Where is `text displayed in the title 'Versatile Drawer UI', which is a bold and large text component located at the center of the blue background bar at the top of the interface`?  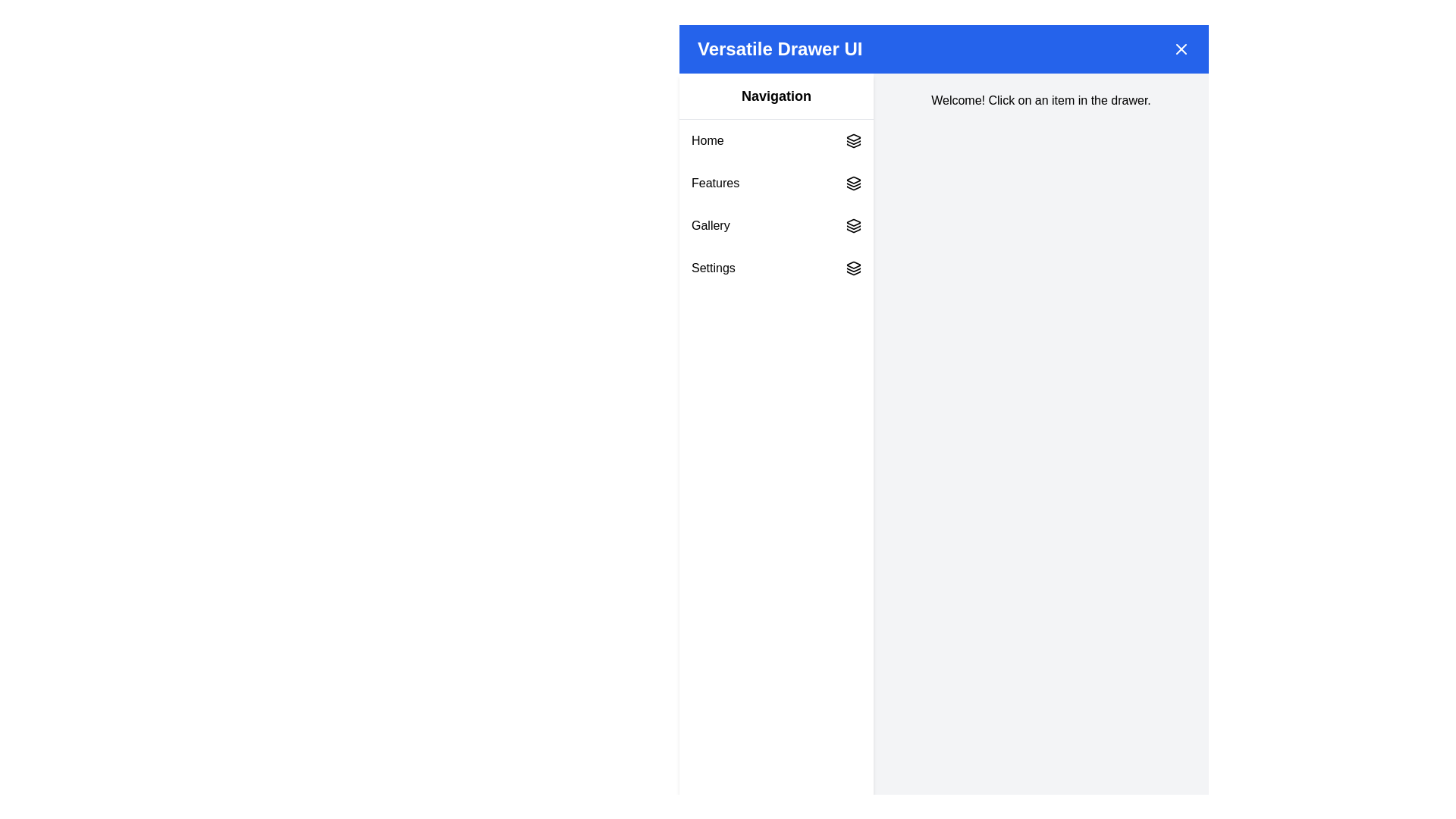 text displayed in the title 'Versatile Drawer UI', which is a bold and large text component located at the center of the blue background bar at the top of the interface is located at coordinates (780, 49).